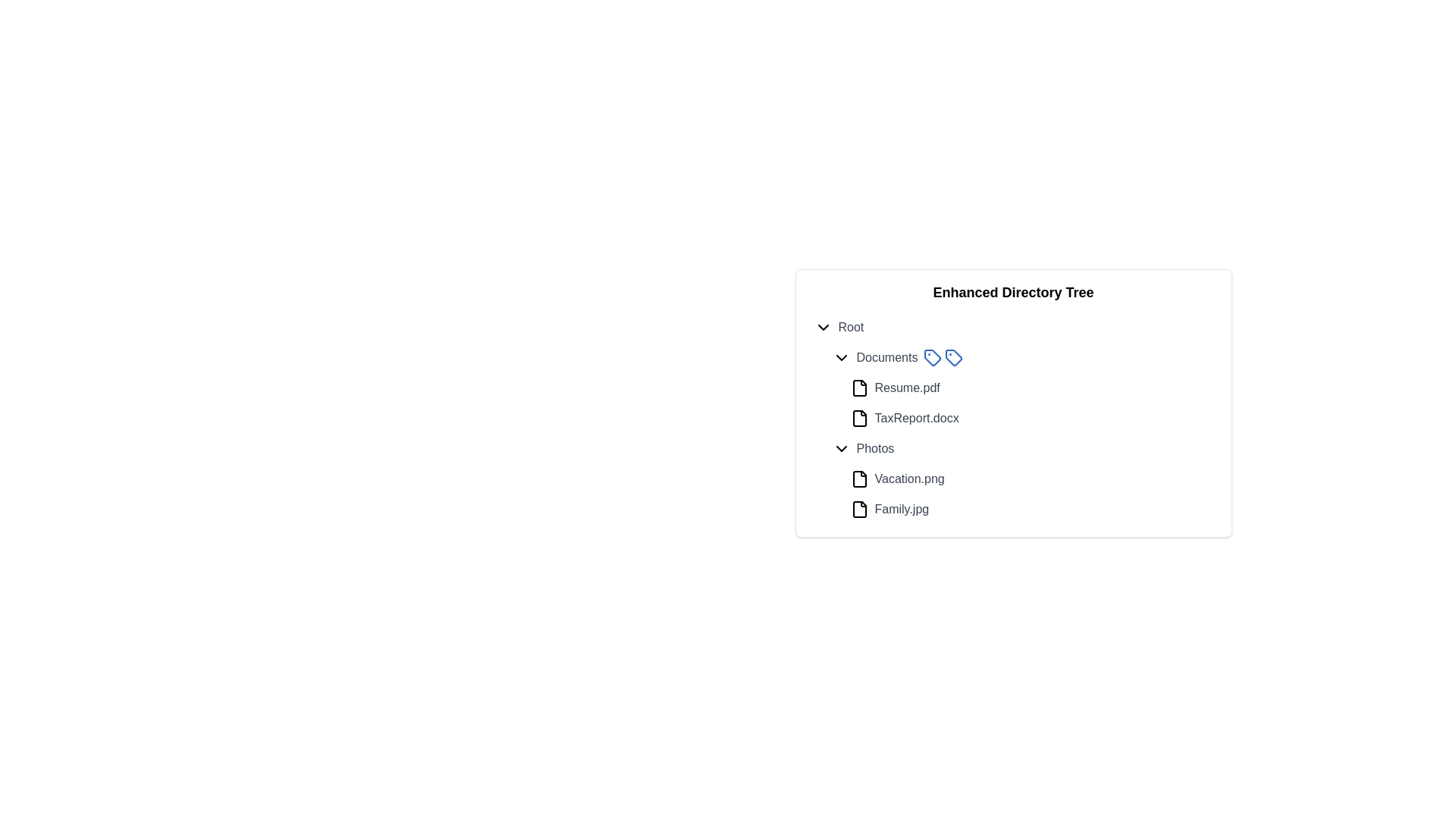 This screenshot has width=1456, height=819. Describe the element at coordinates (822, 327) in the screenshot. I see `the downward-pointing chevron icon located at the leftmost side of the 'Root' section` at that location.